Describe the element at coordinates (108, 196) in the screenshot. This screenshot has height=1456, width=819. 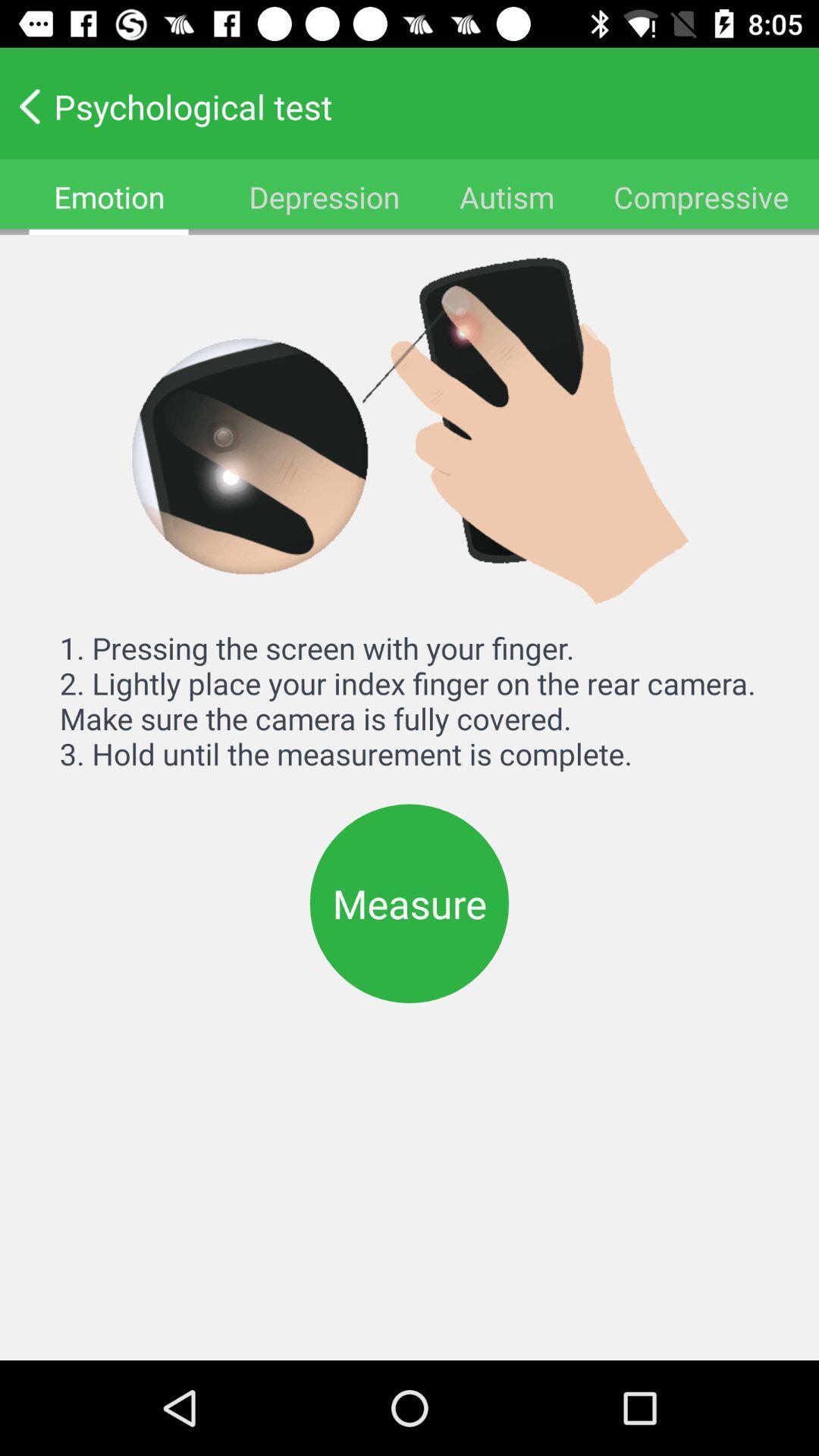
I see `the icon at the top left corner` at that location.